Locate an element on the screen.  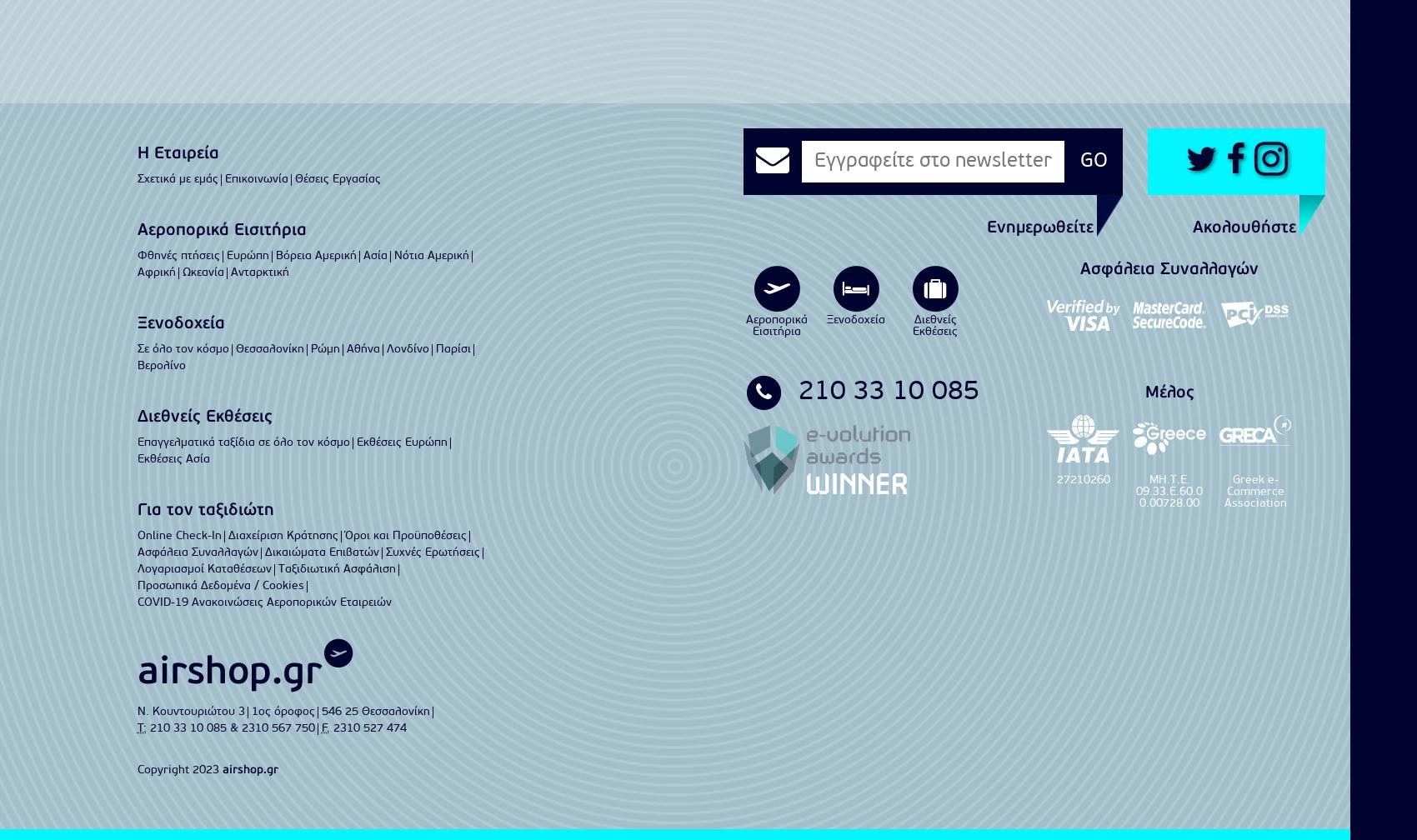
'2310 527 474' is located at coordinates (369, 727).